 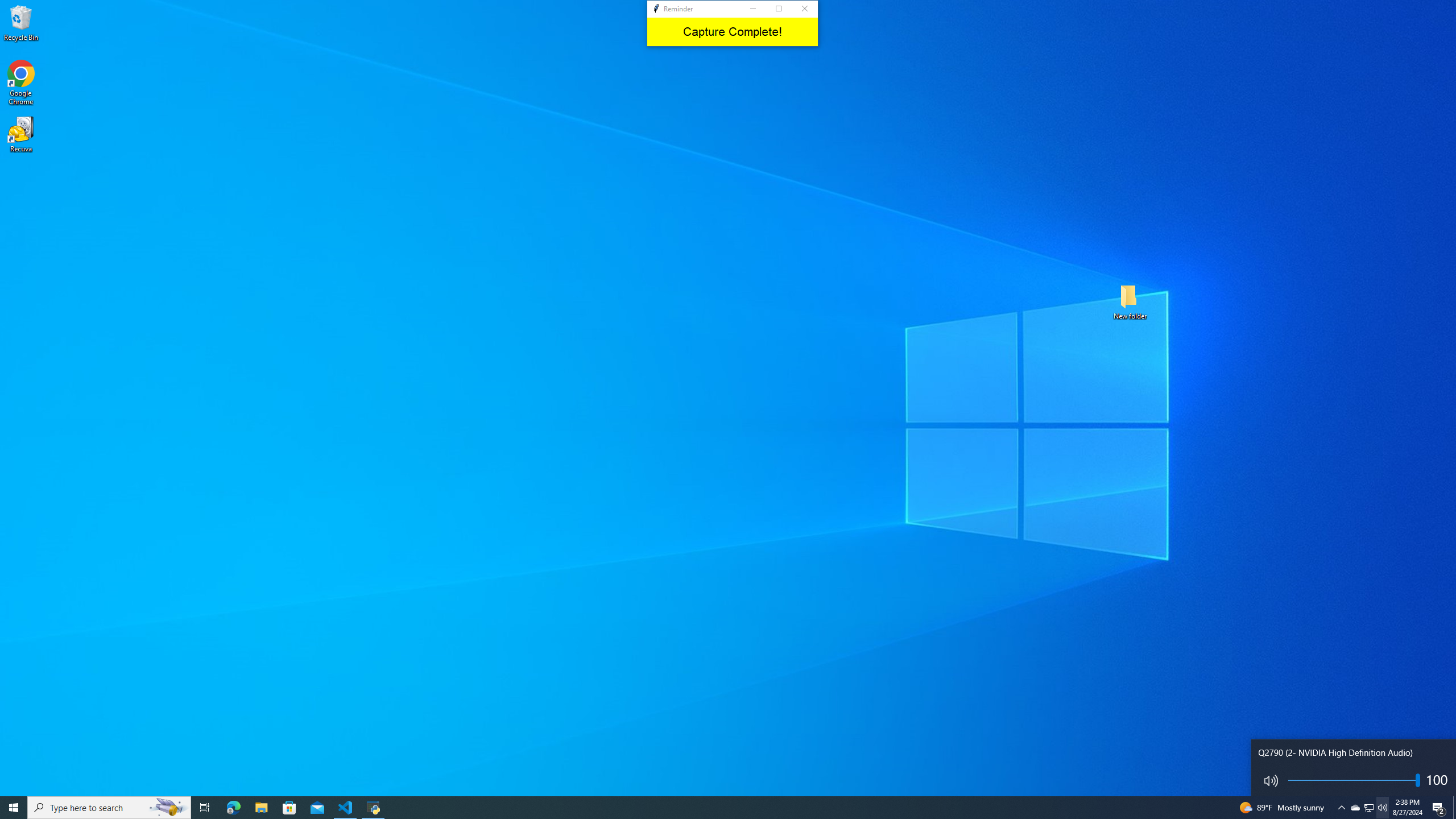 What do you see at coordinates (1439, 806) in the screenshot?
I see `'Action Center, 2 new notifications'` at bounding box center [1439, 806].